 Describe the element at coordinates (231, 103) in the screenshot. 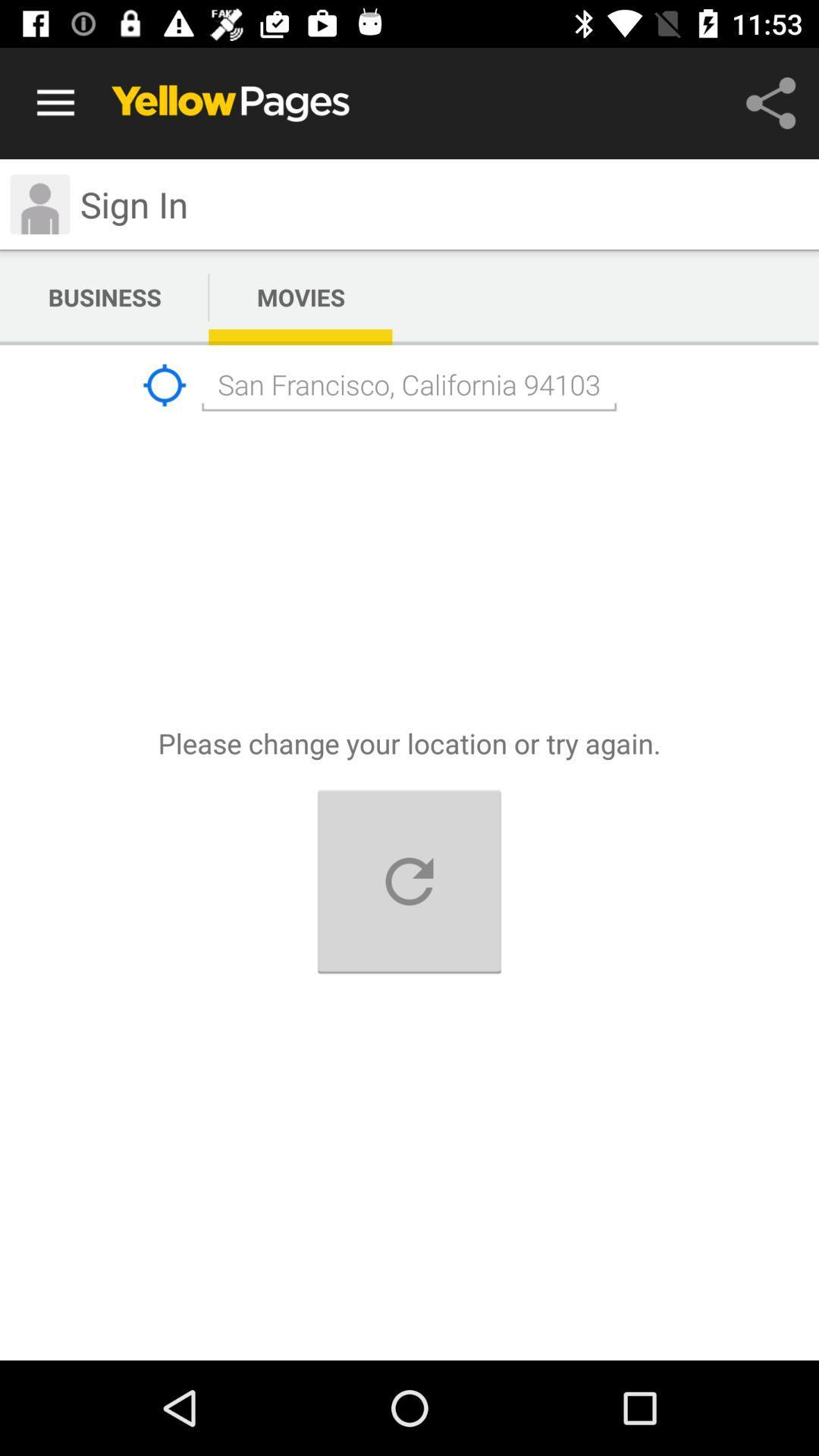

I see `the logo yellow pages` at that location.